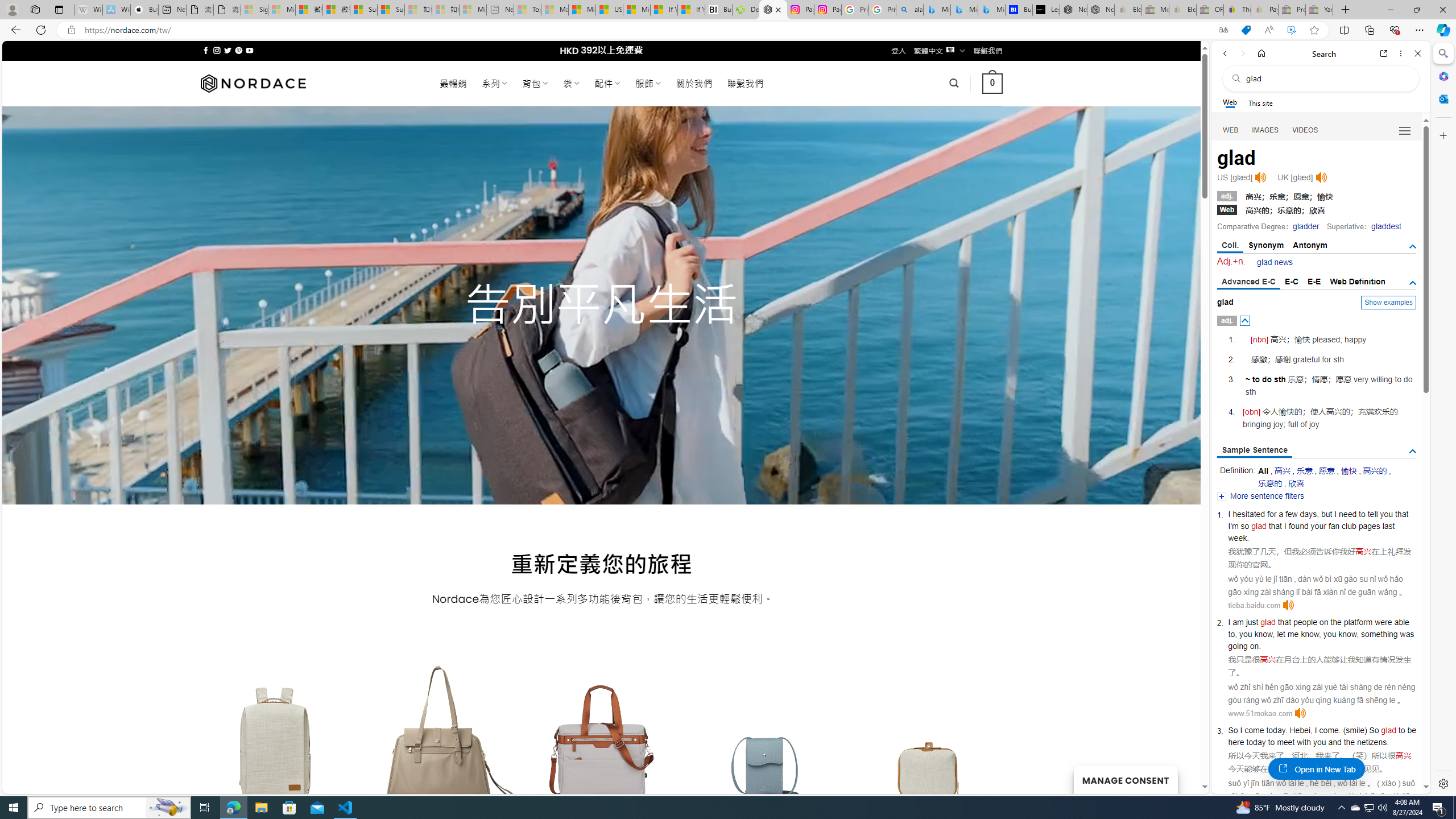  What do you see at coordinates (554, 9) in the screenshot?
I see `'Marine life - MSN - Sleeping'` at bounding box center [554, 9].